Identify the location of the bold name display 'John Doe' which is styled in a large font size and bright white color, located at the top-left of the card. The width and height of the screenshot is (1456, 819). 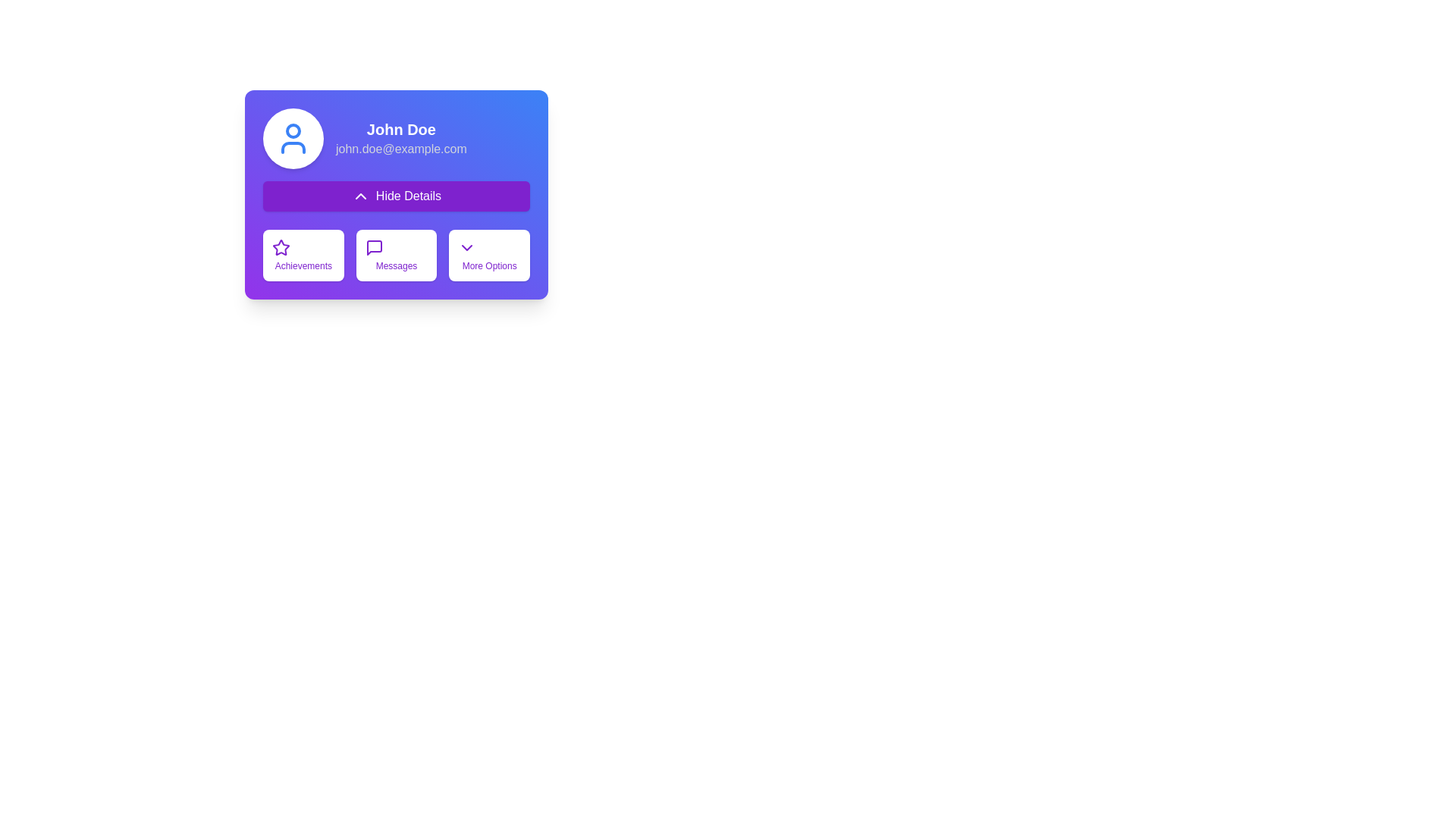
(401, 128).